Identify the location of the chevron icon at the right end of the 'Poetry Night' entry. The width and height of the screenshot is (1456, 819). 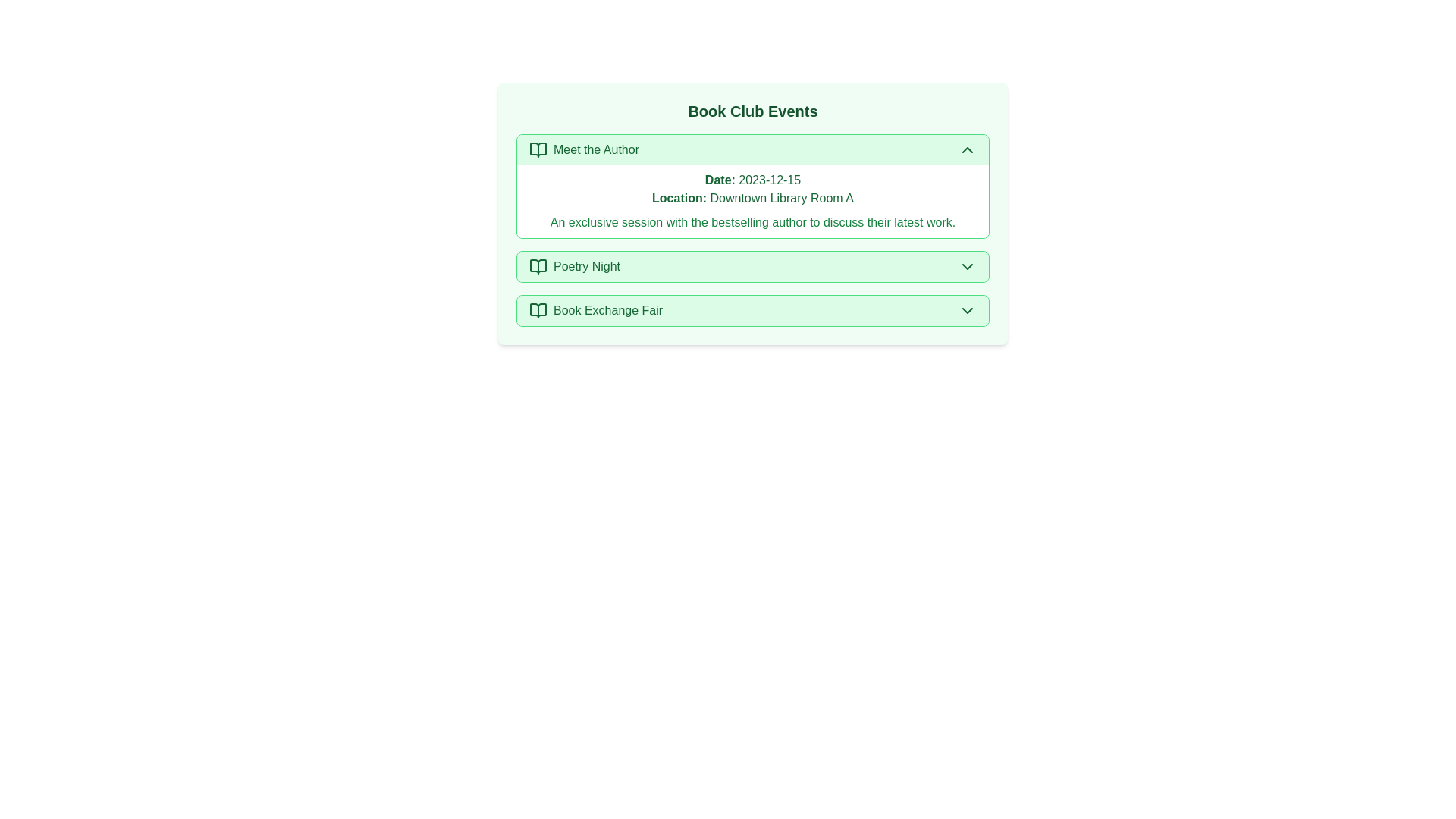
(967, 265).